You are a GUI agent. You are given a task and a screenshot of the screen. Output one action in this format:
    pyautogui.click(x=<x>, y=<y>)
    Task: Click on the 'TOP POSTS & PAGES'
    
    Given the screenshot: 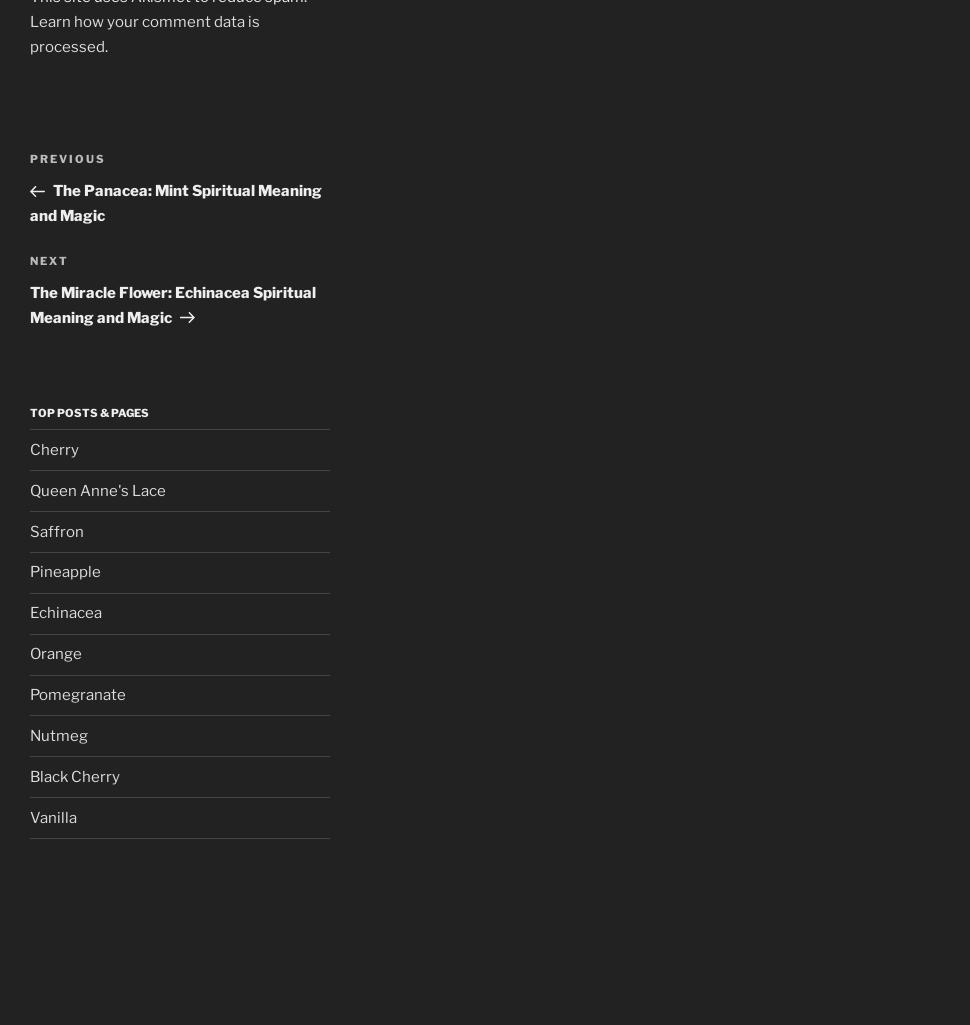 What is the action you would take?
    pyautogui.click(x=88, y=412)
    